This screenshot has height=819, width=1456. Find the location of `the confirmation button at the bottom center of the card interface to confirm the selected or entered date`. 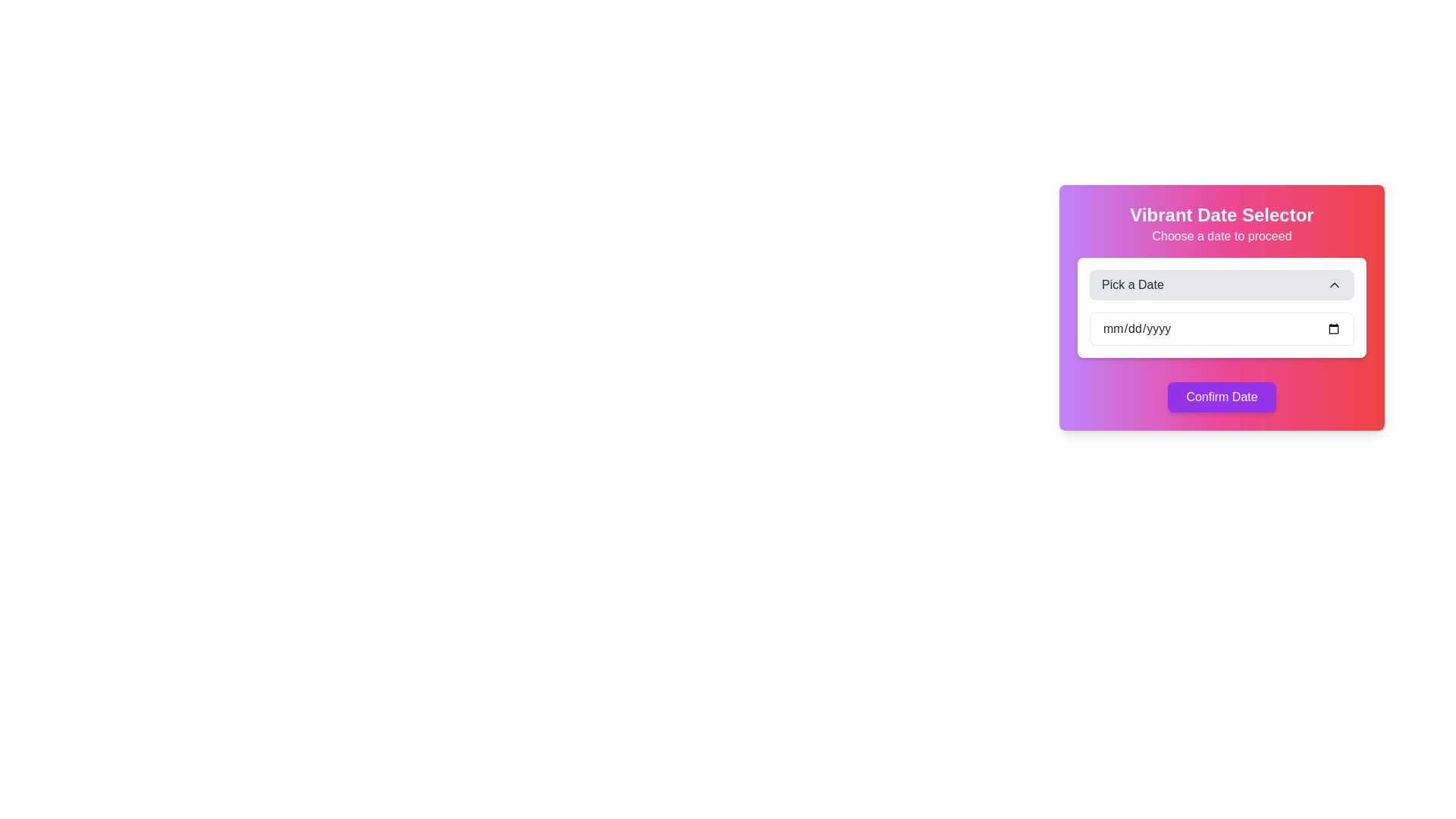

the confirmation button at the bottom center of the card interface to confirm the selected or entered date is located at coordinates (1222, 397).